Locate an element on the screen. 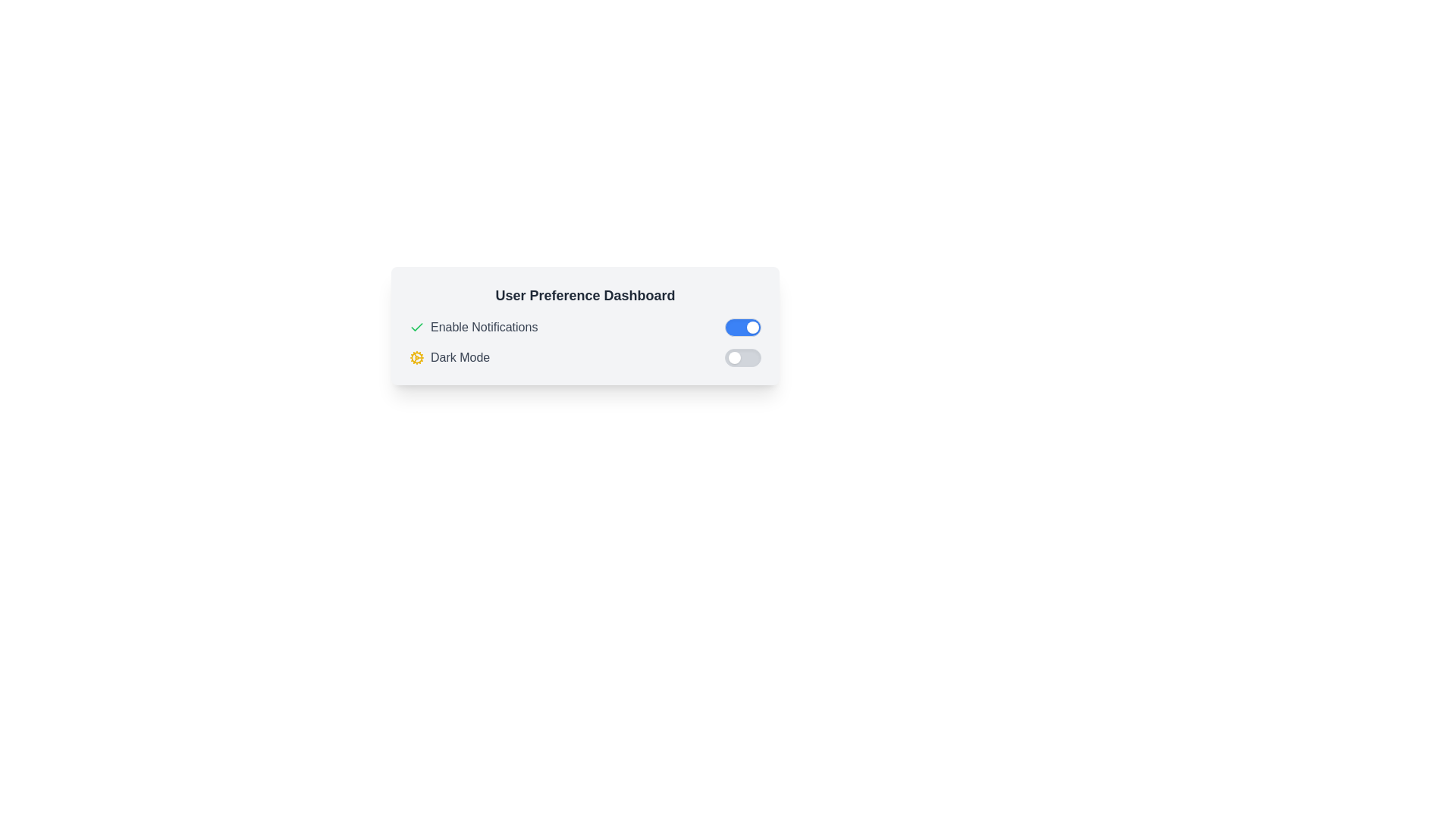 The image size is (1456, 819). the toggle switch for Dark Mode in the user preferences panel to change its state is located at coordinates (585, 357).